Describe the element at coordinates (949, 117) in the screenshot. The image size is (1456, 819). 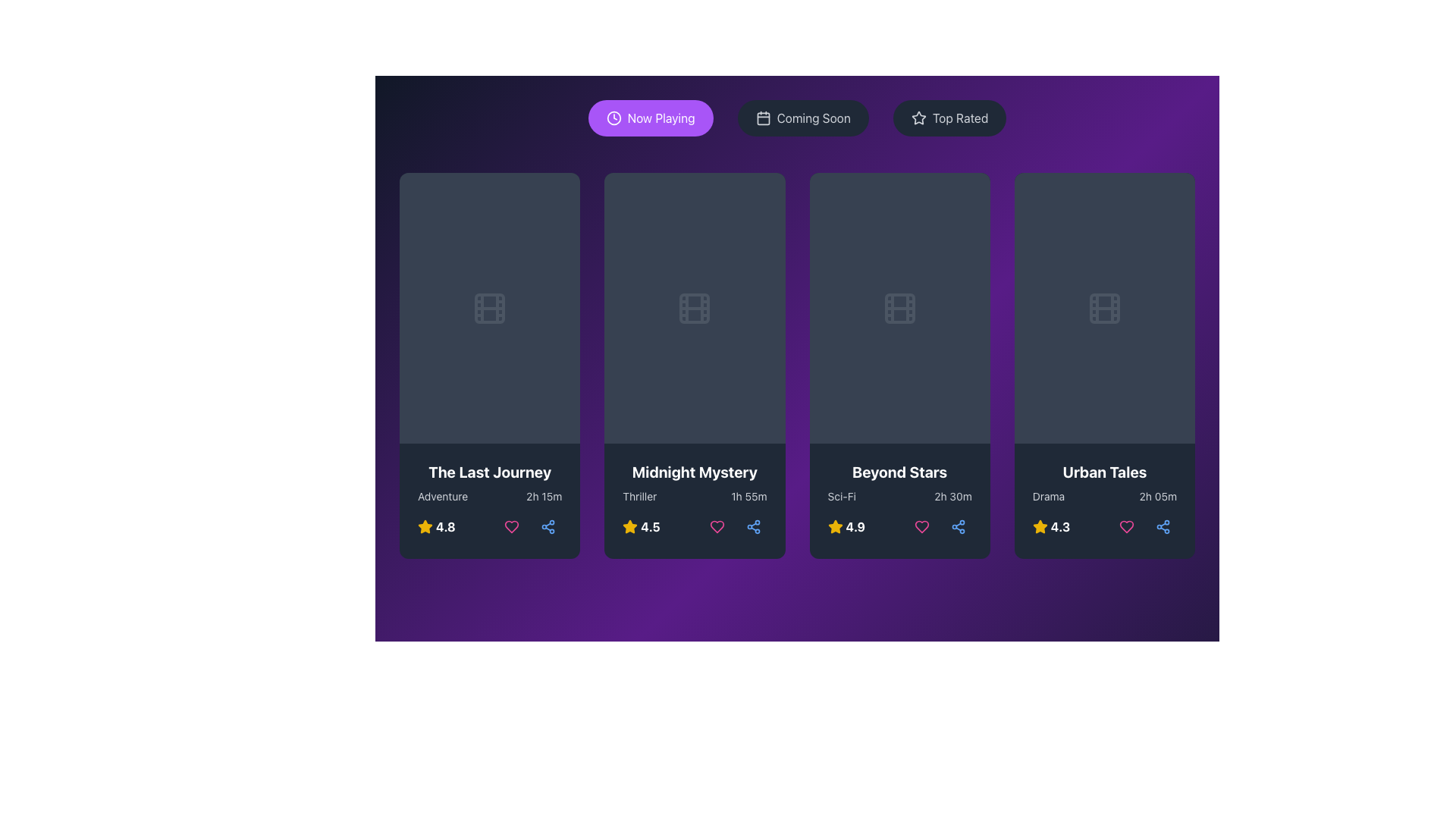
I see `the 'Top Rated' button using tab navigation` at that location.